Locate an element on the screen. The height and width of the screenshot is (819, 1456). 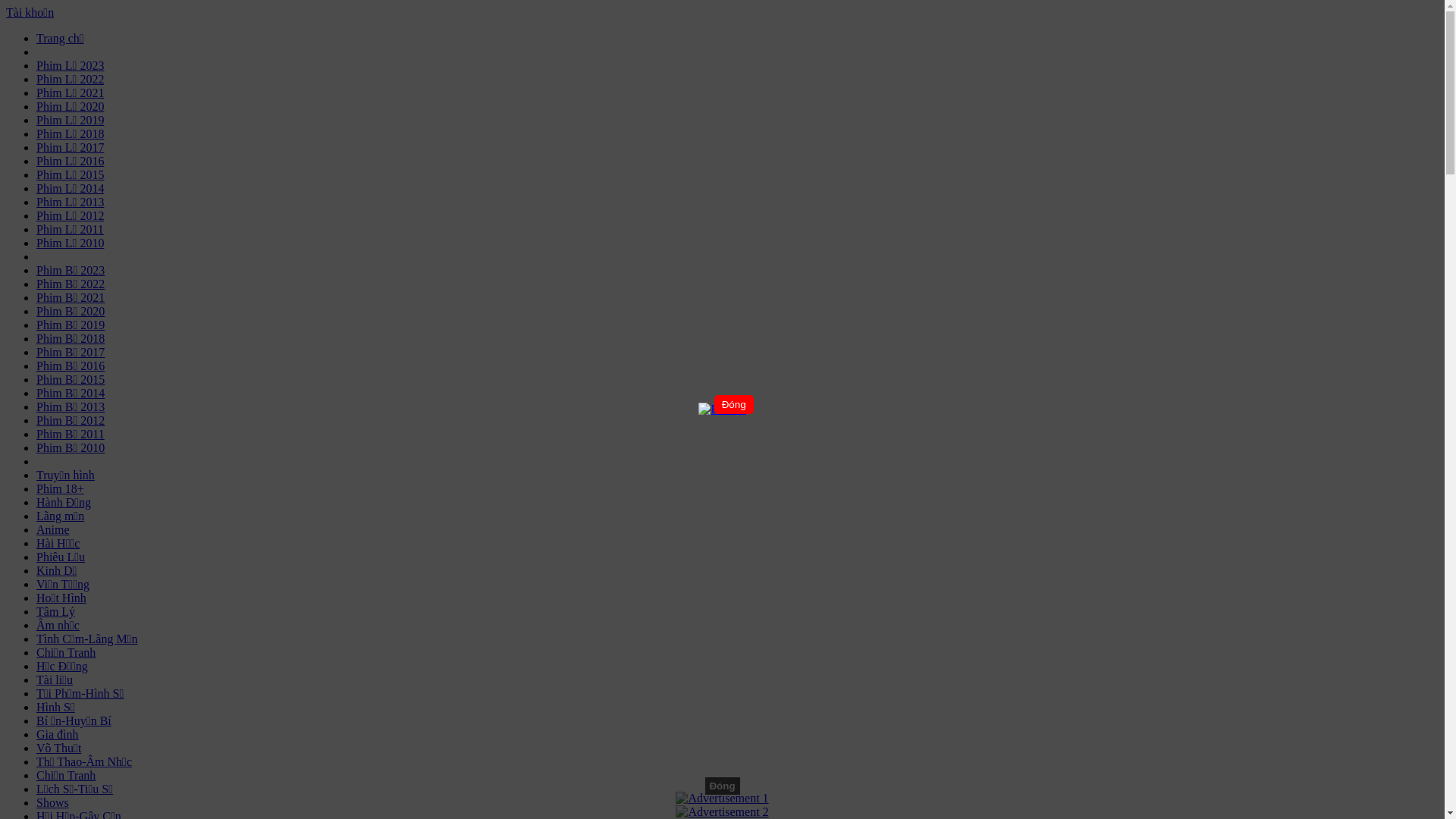
'Anime' is located at coordinates (53, 529).